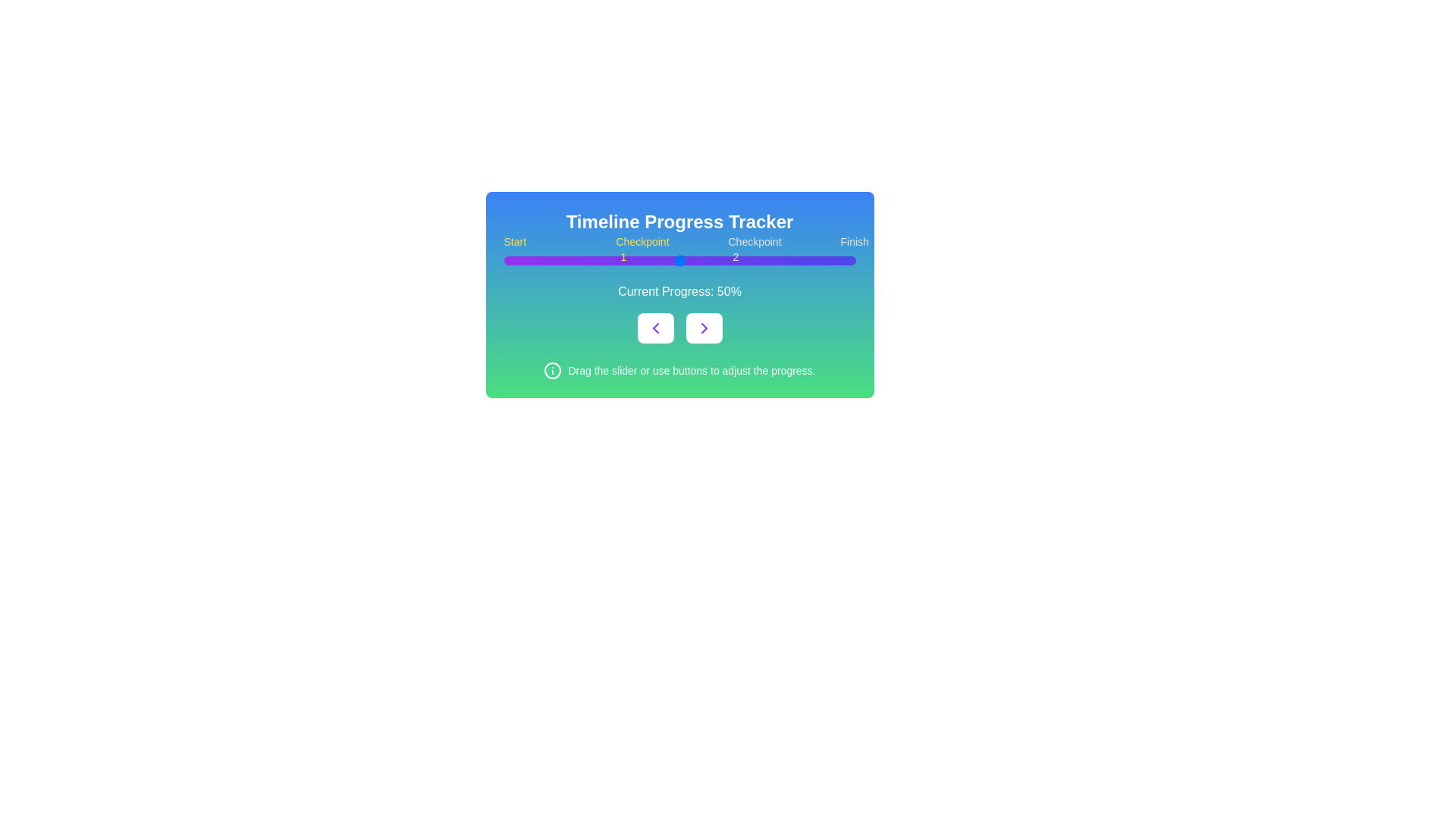 This screenshot has height=819, width=1456. I want to click on the Progress Bar located at the top center of the panel below 'Timeline Progress Tracker', so click(679, 260).